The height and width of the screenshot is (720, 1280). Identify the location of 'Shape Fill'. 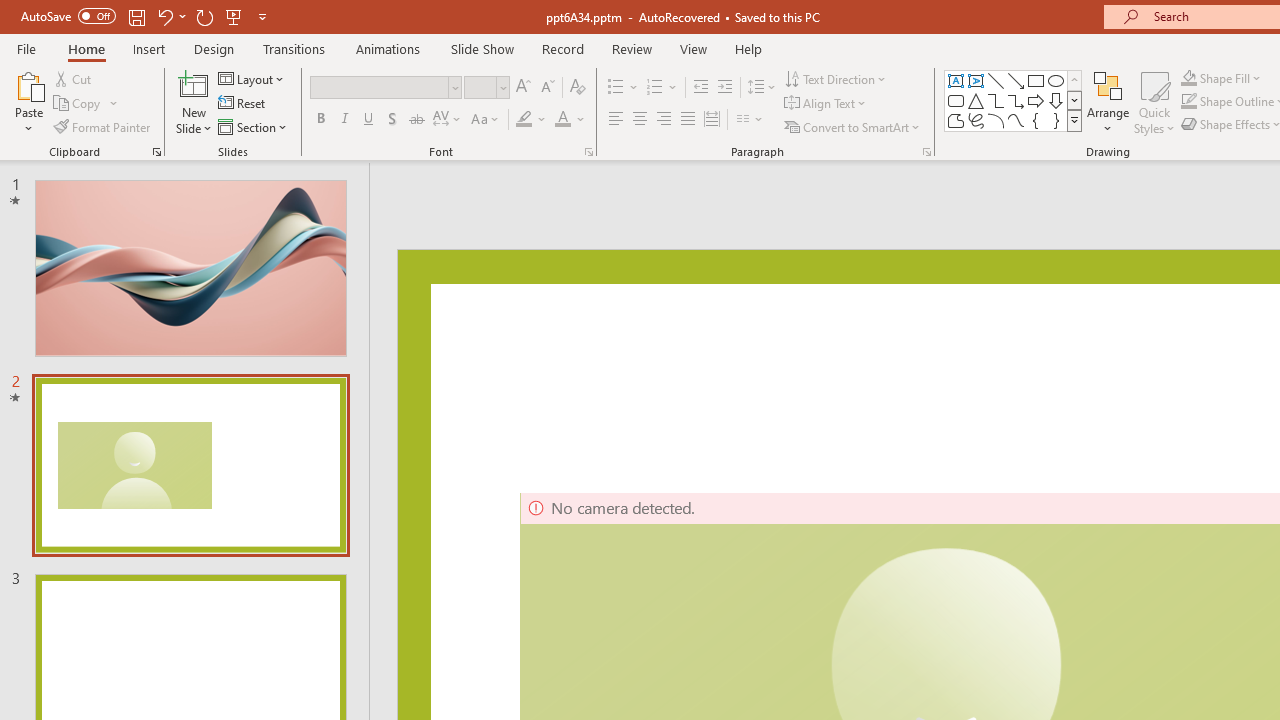
(1189, 77).